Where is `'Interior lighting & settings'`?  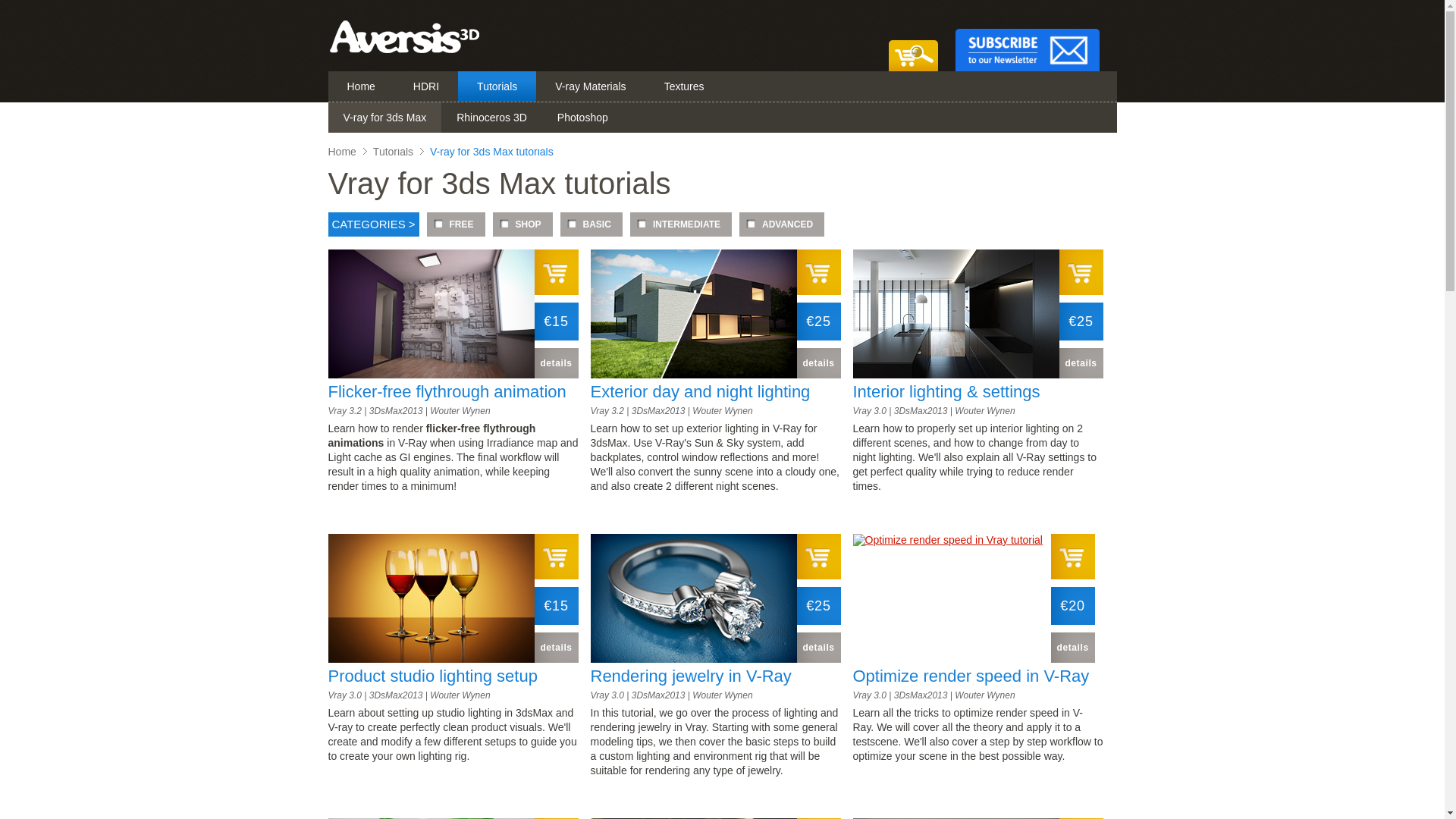 'Interior lighting & settings' is located at coordinates (945, 391).